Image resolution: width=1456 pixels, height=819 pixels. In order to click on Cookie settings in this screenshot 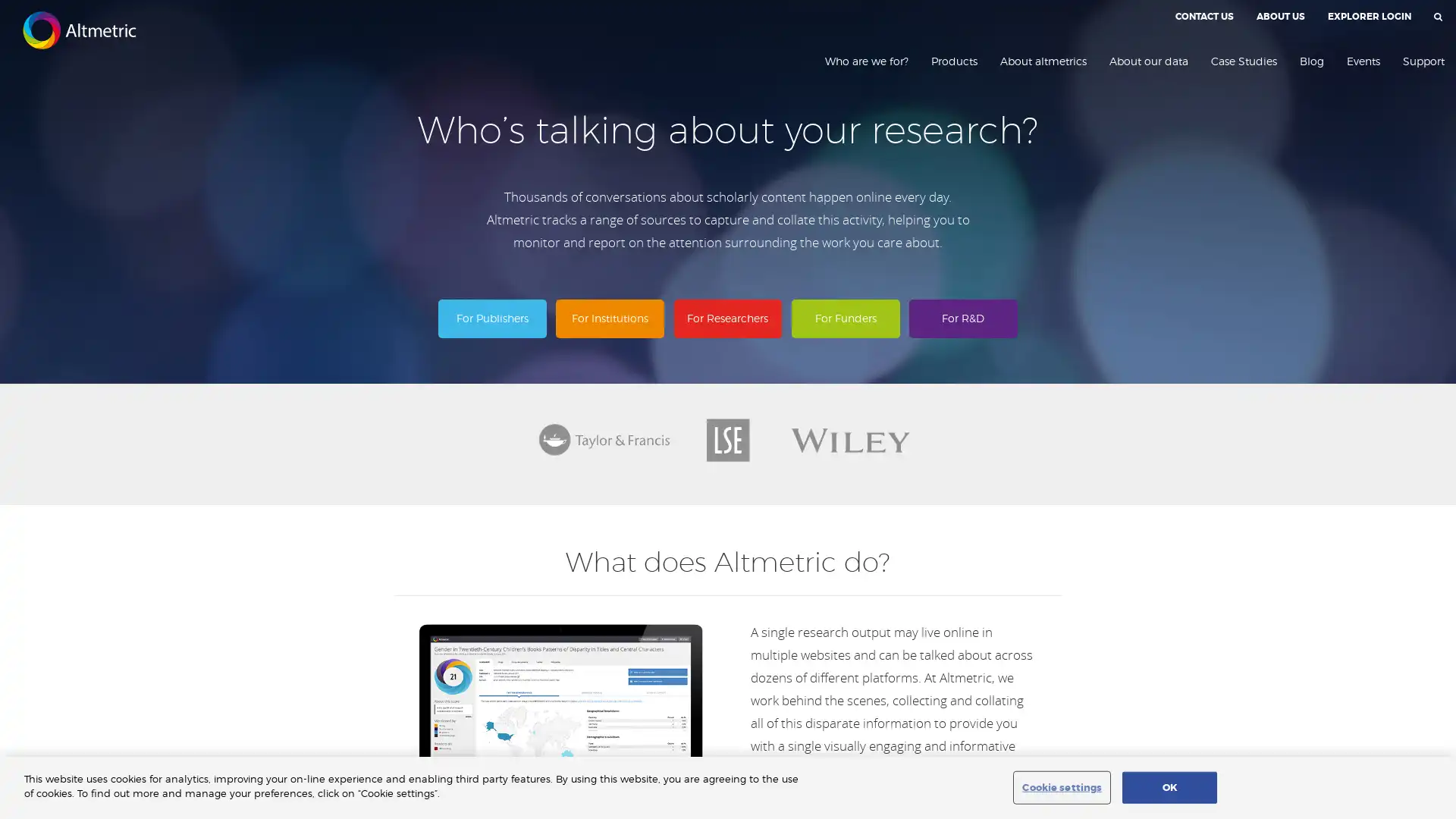, I will do `click(1061, 786)`.